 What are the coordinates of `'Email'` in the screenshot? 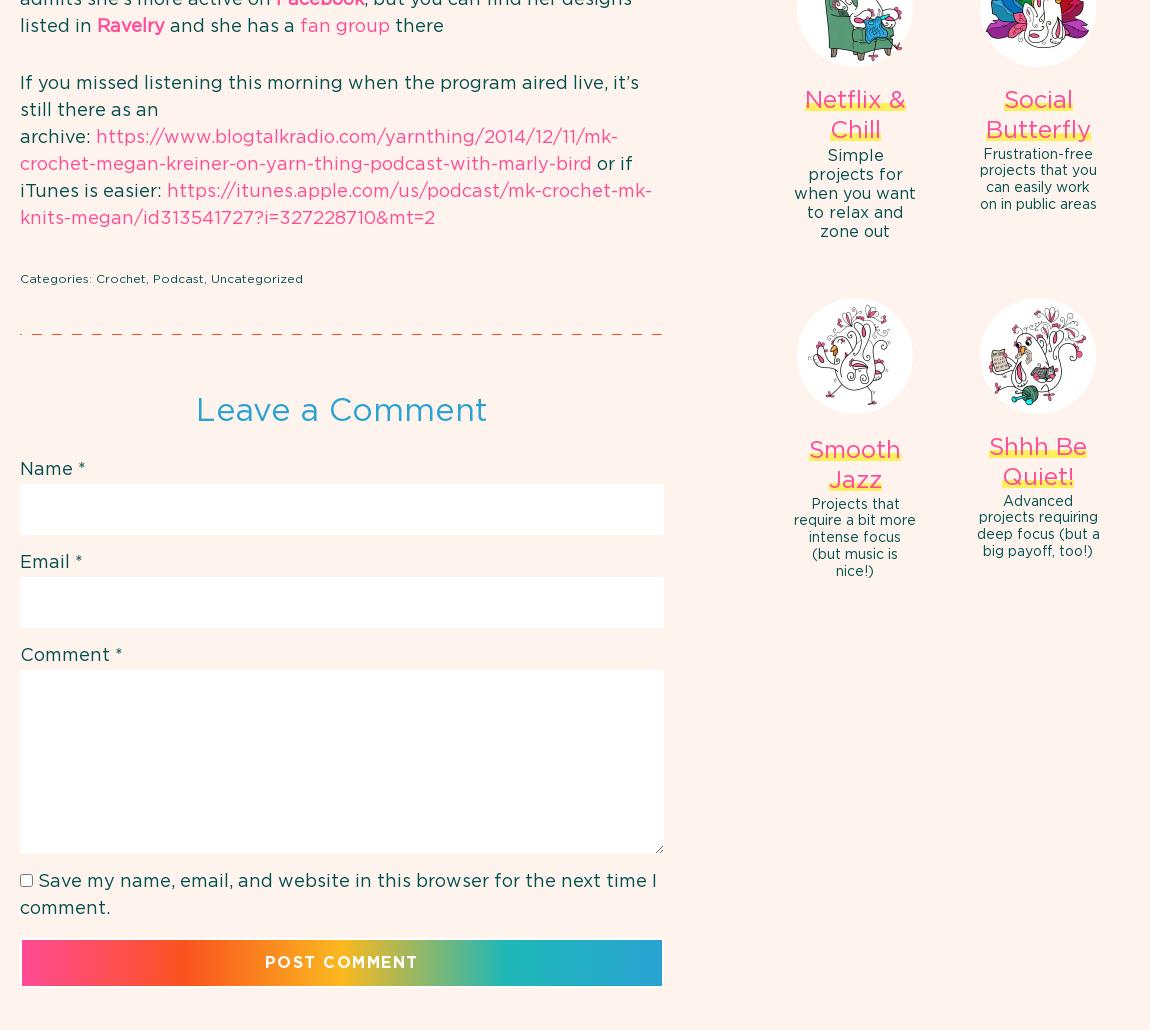 It's located at (46, 561).